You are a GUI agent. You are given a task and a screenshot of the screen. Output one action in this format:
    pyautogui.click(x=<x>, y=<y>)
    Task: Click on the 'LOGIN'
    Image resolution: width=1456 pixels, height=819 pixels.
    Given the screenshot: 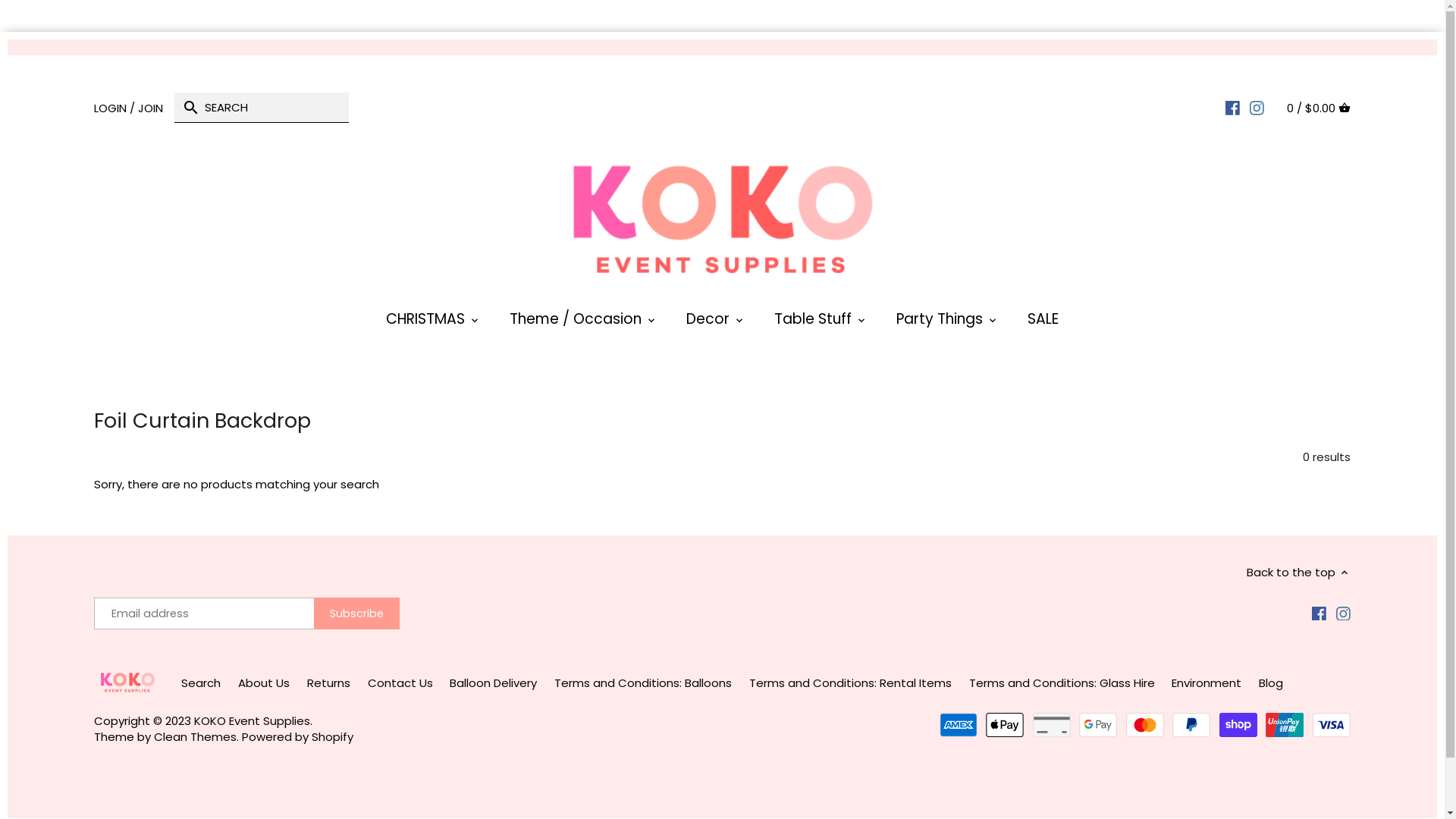 What is the action you would take?
    pyautogui.click(x=93, y=106)
    